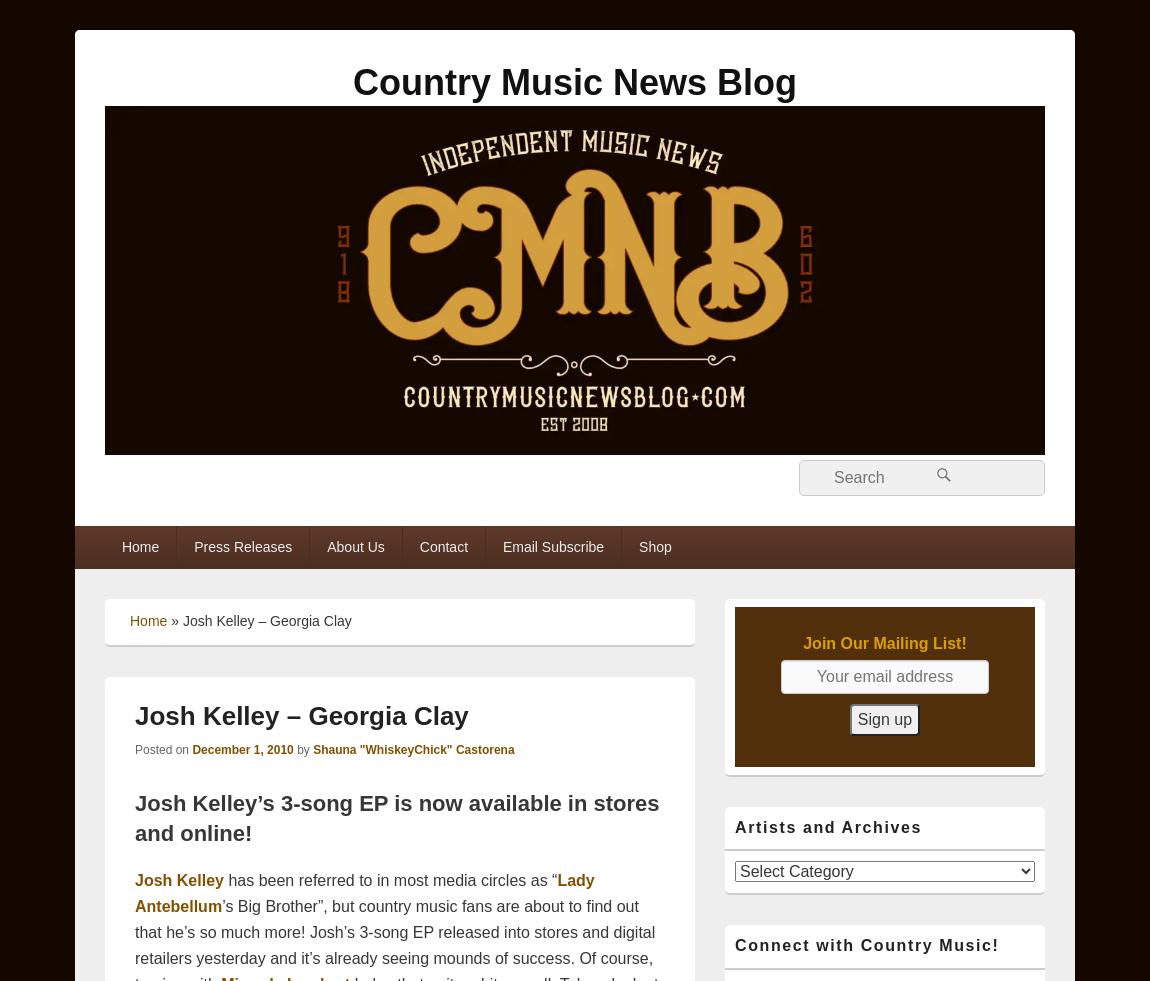 This screenshot has height=981, width=1150. I want to click on 'by', so click(304, 748).